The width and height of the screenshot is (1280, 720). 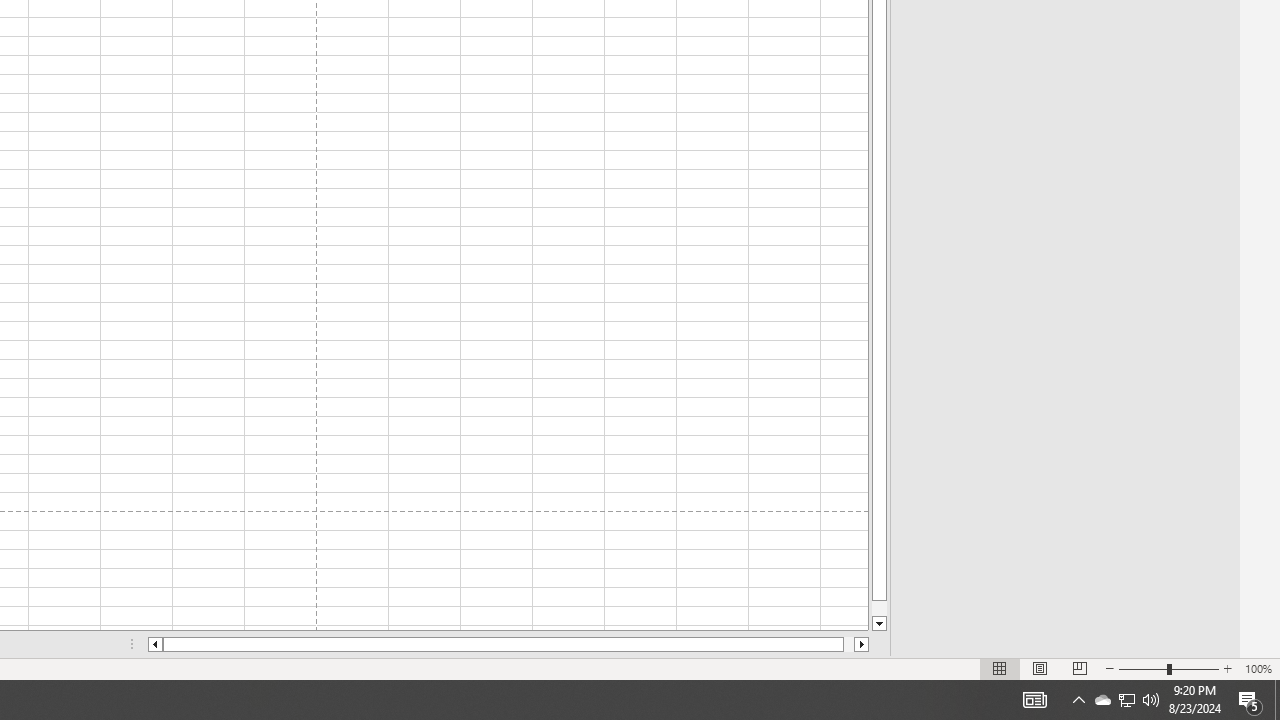 What do you see at coordinates (1250, 698) in the screenshot?
I see `'Action Center, 5 new notifications'` at bounding box center [1250, 698].